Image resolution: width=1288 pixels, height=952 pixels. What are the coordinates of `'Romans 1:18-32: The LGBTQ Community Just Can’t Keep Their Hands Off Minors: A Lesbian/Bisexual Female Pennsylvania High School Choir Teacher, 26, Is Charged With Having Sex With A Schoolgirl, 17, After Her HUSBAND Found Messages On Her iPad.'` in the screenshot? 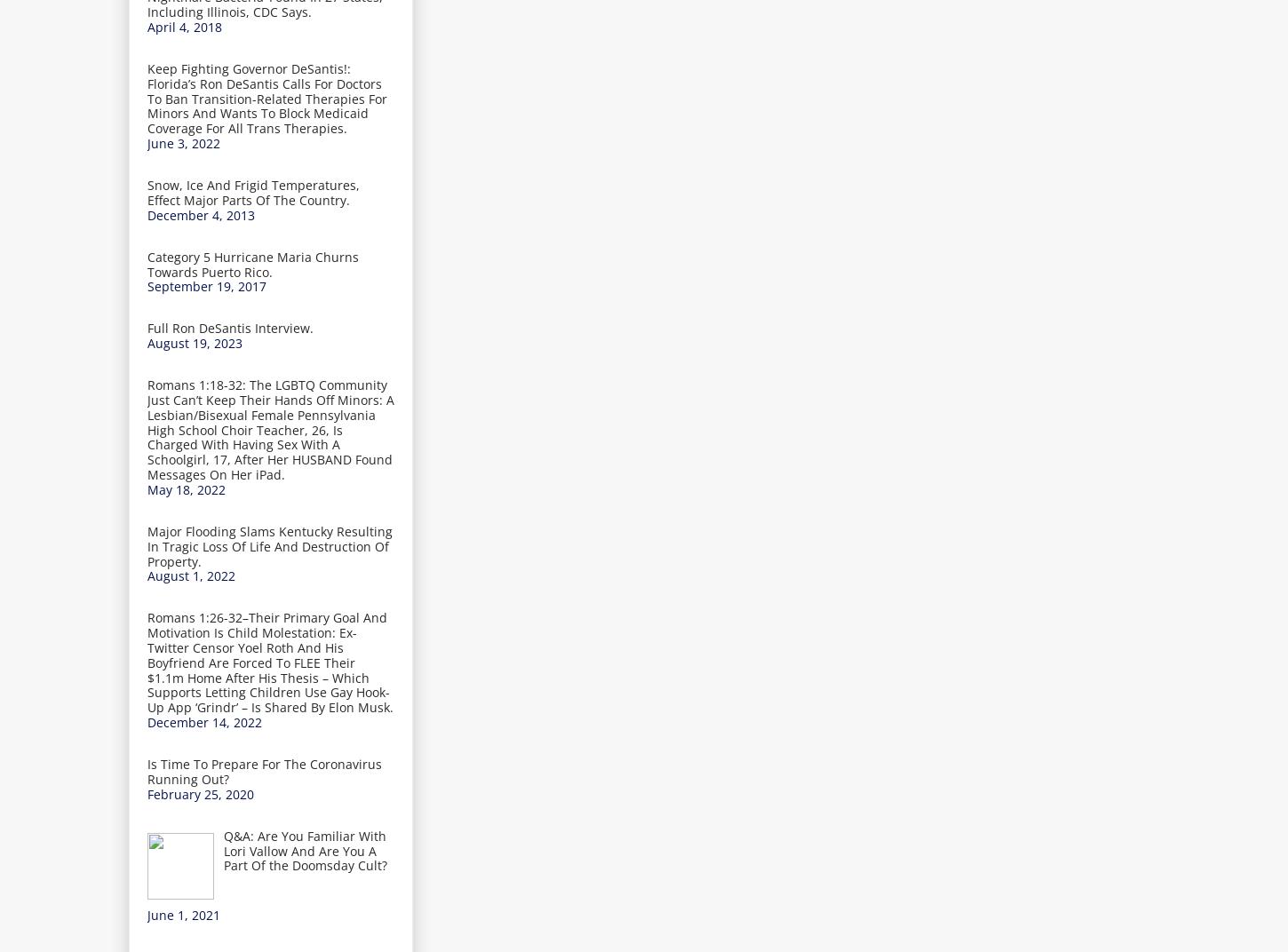 It's located at (270, 430).